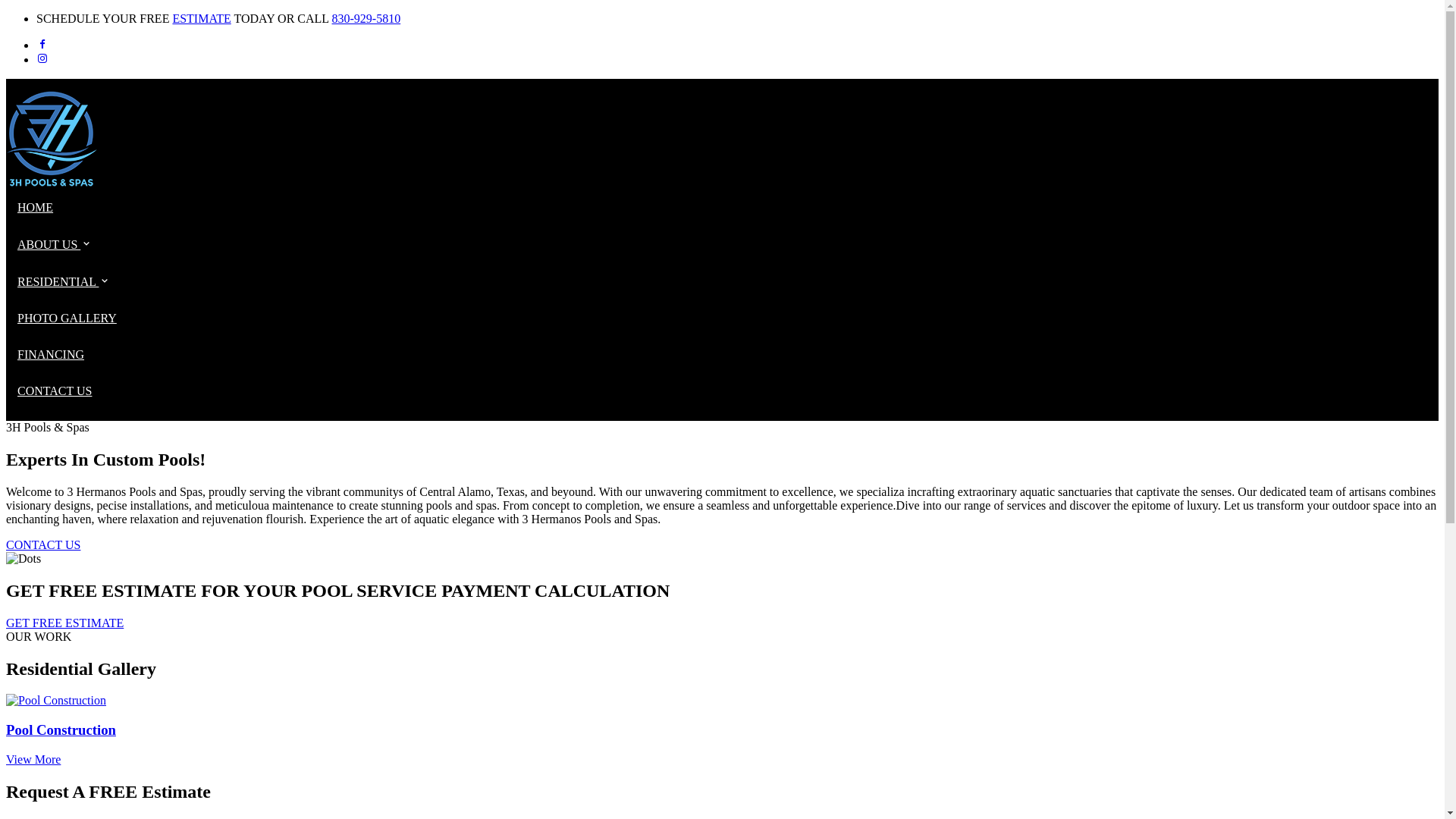 Image resolution: width=1456 pixels, height=819 pixels. I want to click on 'FINANCING', so click(17, 354).